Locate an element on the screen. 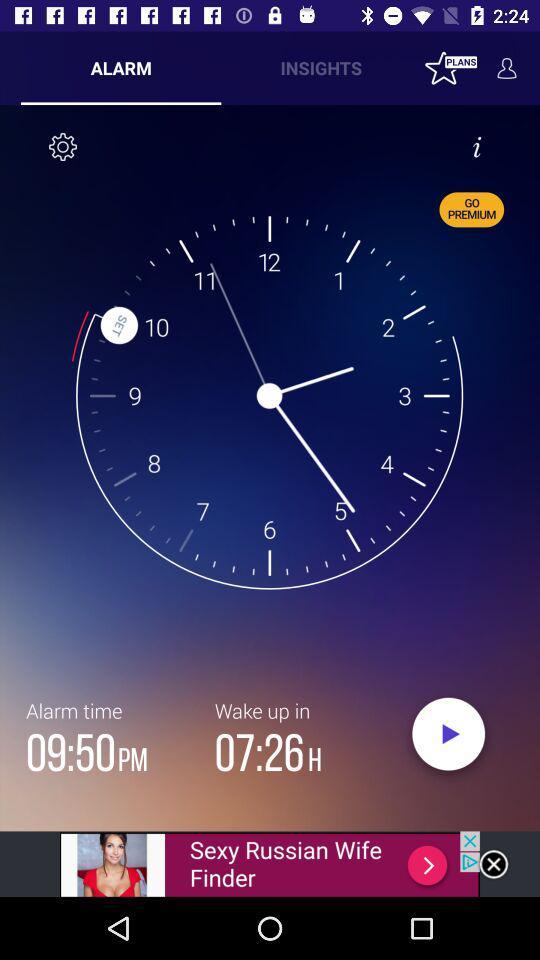  colse is located at coordinates (492, 863).